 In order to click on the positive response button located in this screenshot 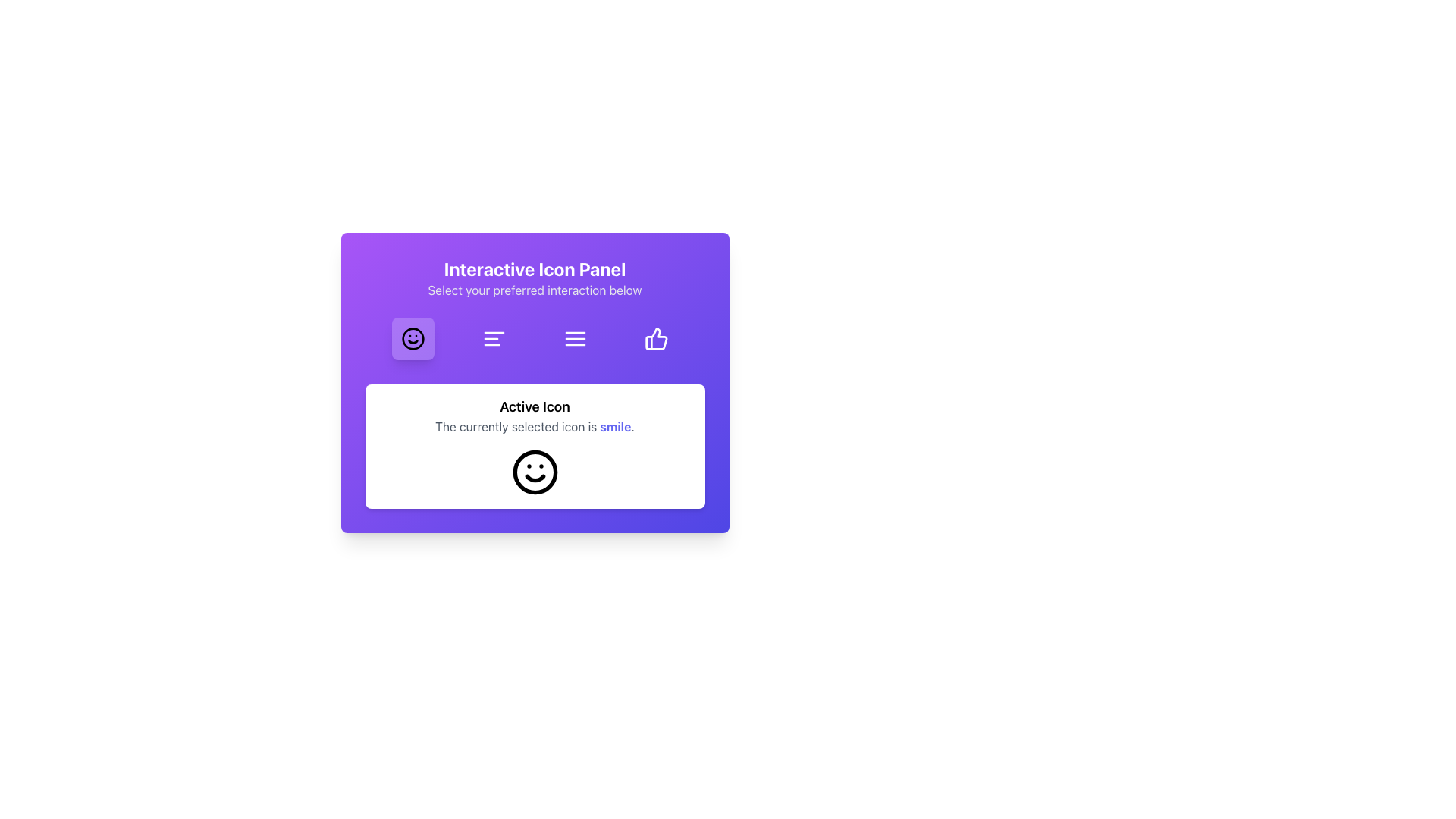, I will do `click(657, 338)`.